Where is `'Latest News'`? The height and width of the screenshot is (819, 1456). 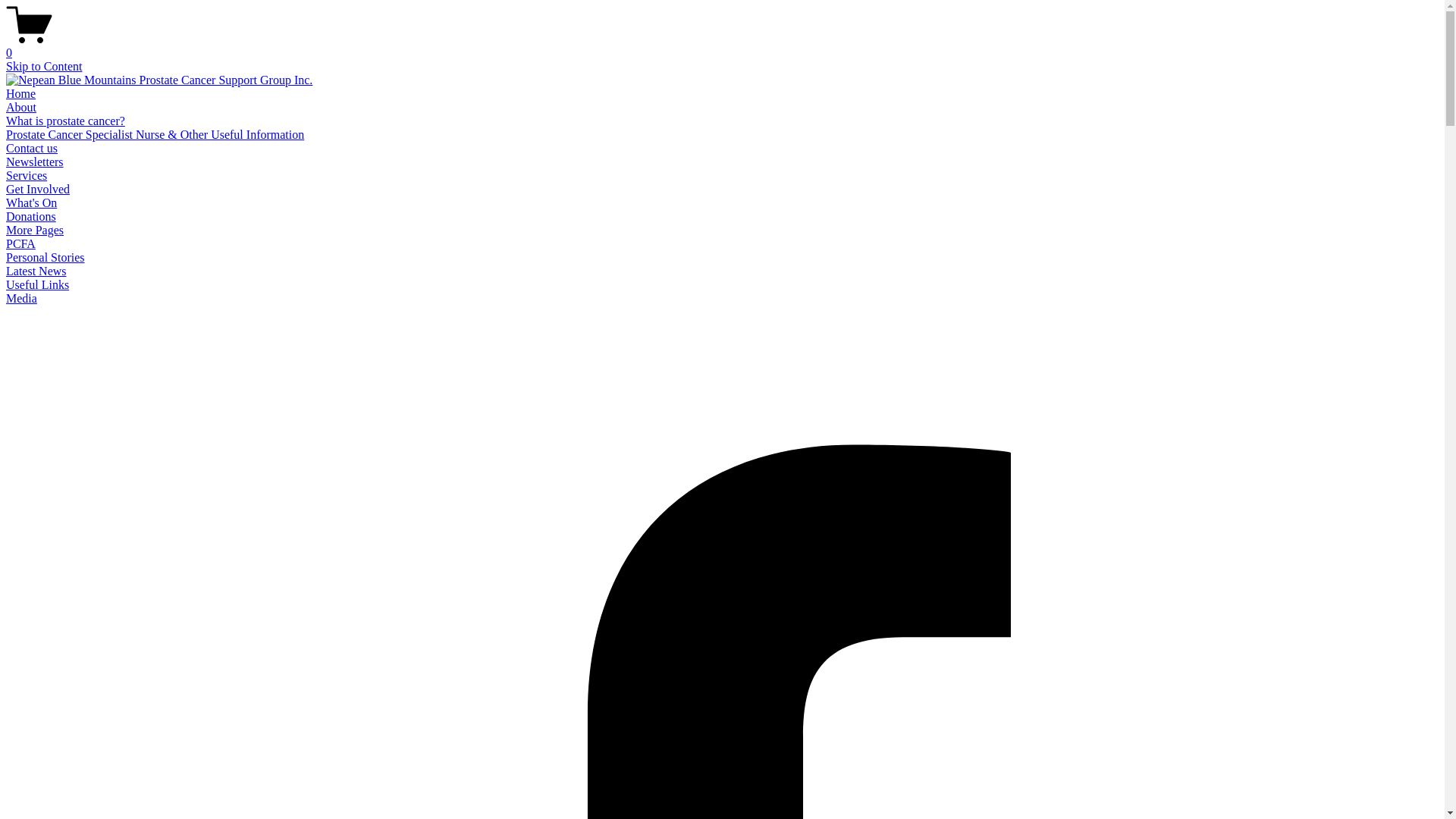
'Latest News' is located at coordinates (36, 270).